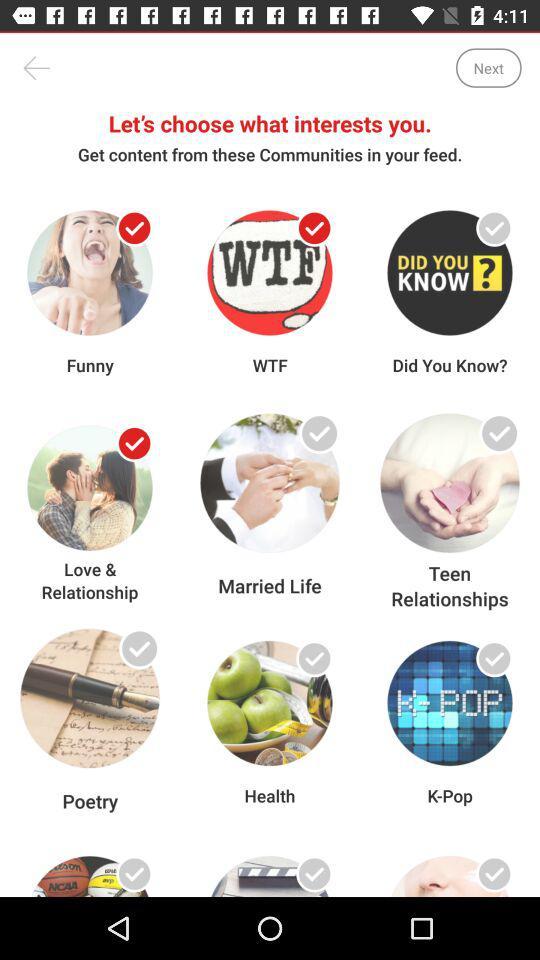  Describe the element at coordinates (134, 443) in the screenshot. I see `select` at that location.